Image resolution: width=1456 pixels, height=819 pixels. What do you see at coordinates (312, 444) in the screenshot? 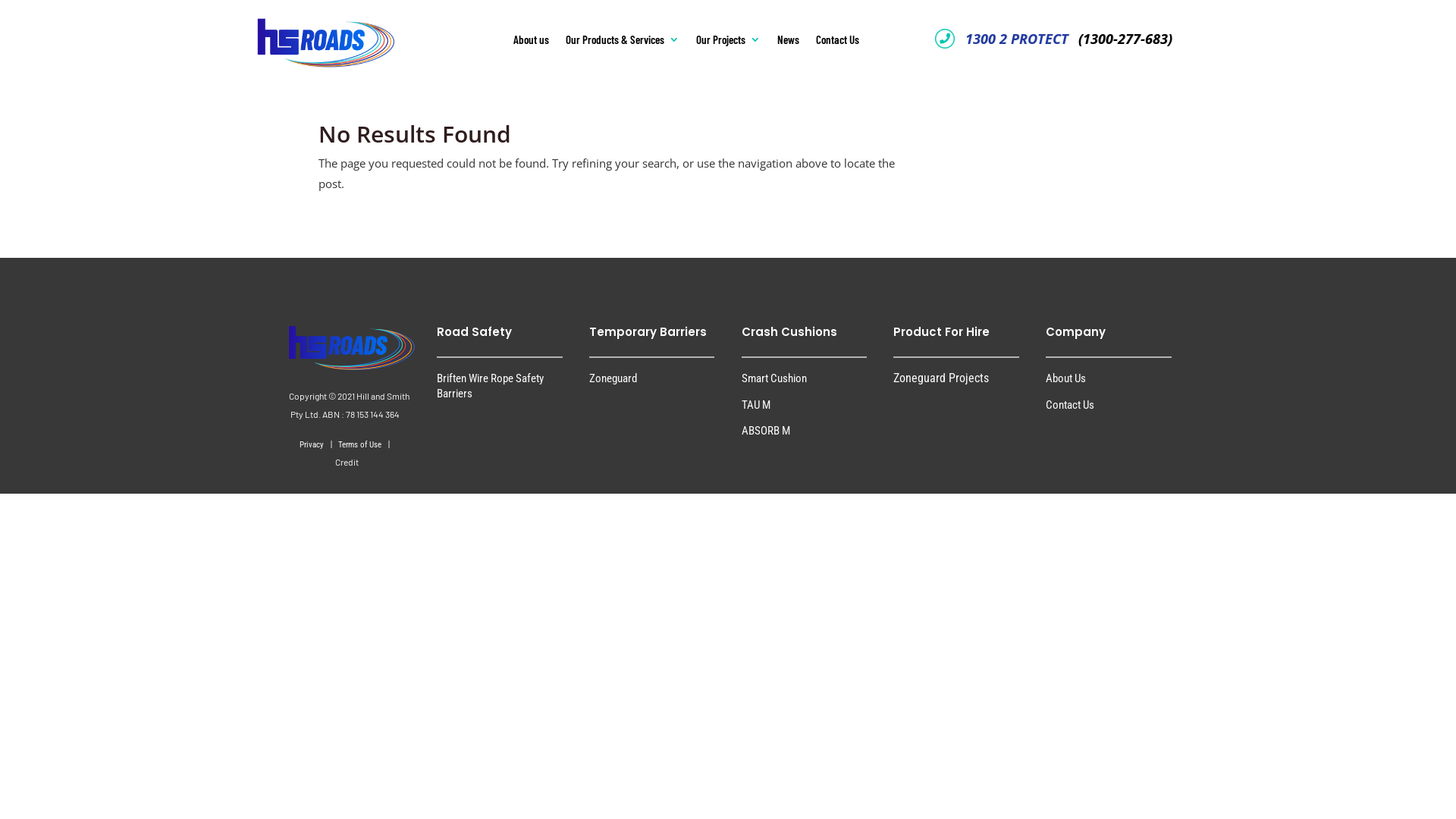
I see `'Privacy'` at bounding box center [312, 444].